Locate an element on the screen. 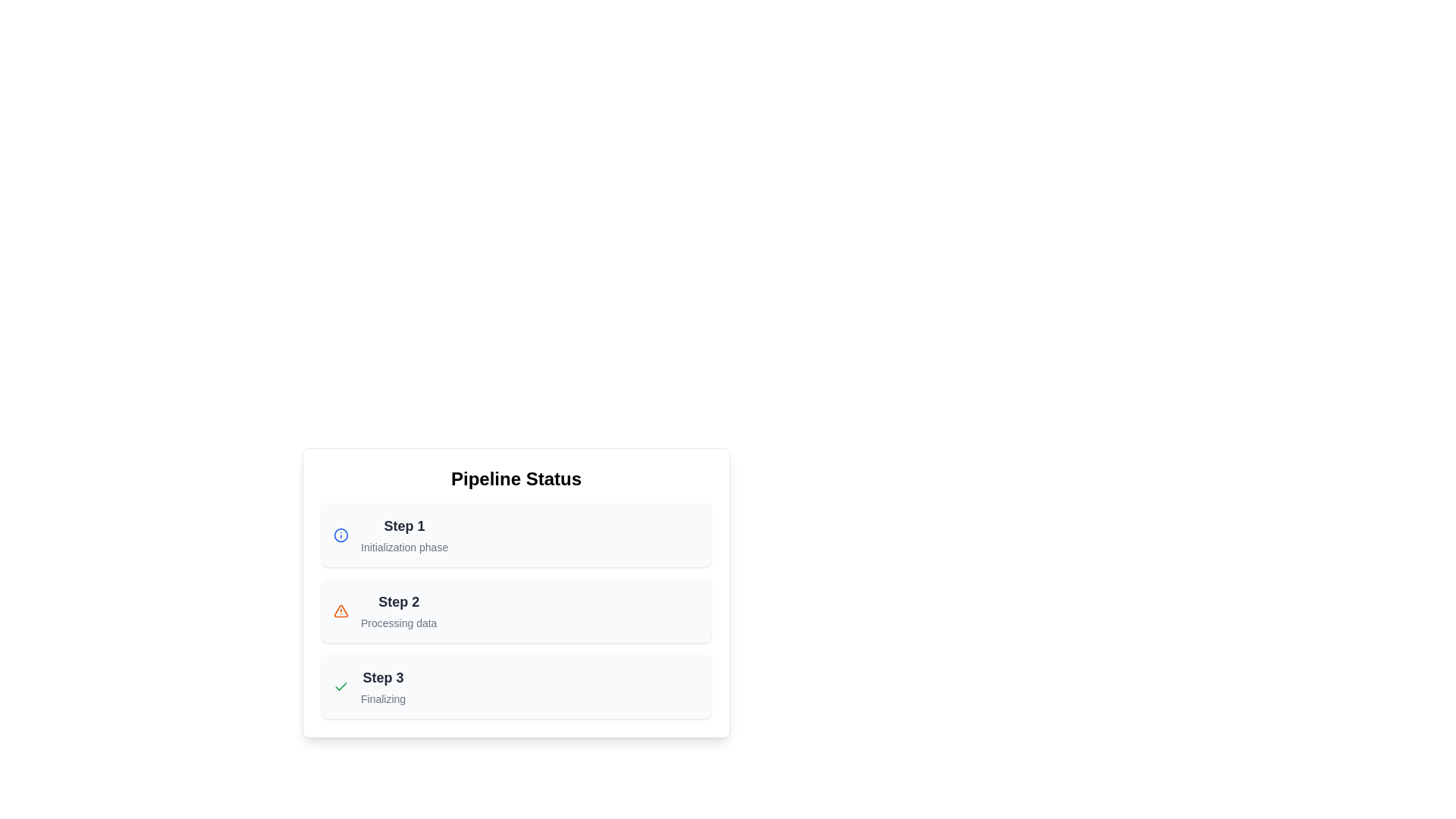 The image size is (1456, 819). the 'Finalizing' label, which is styled in a small-sized gray font and located underneath 'Step 3' in the step-by-step process display is located at coordinates (383, 698).